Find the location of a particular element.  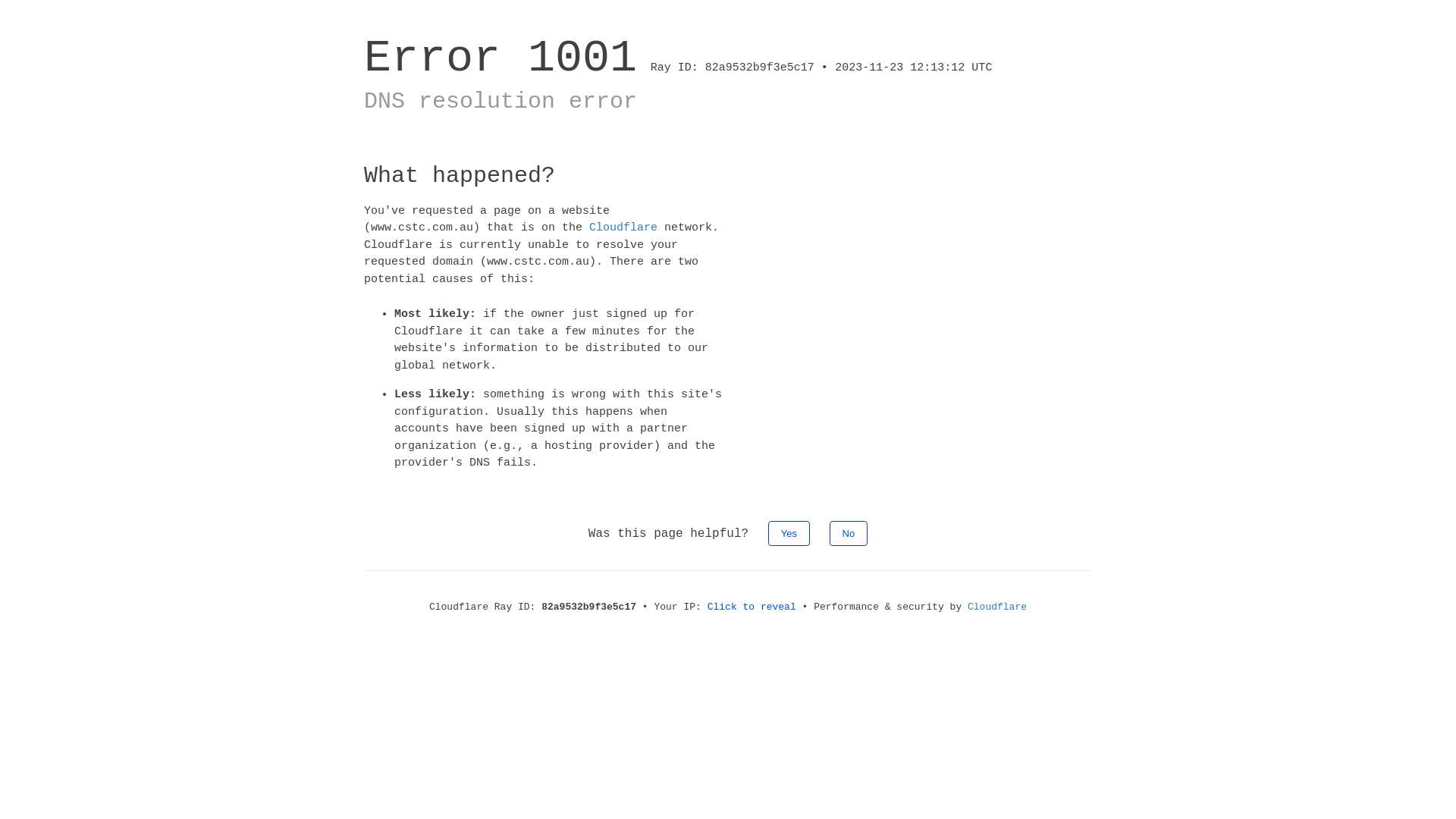

'No' is located at coordinates (848, 532).